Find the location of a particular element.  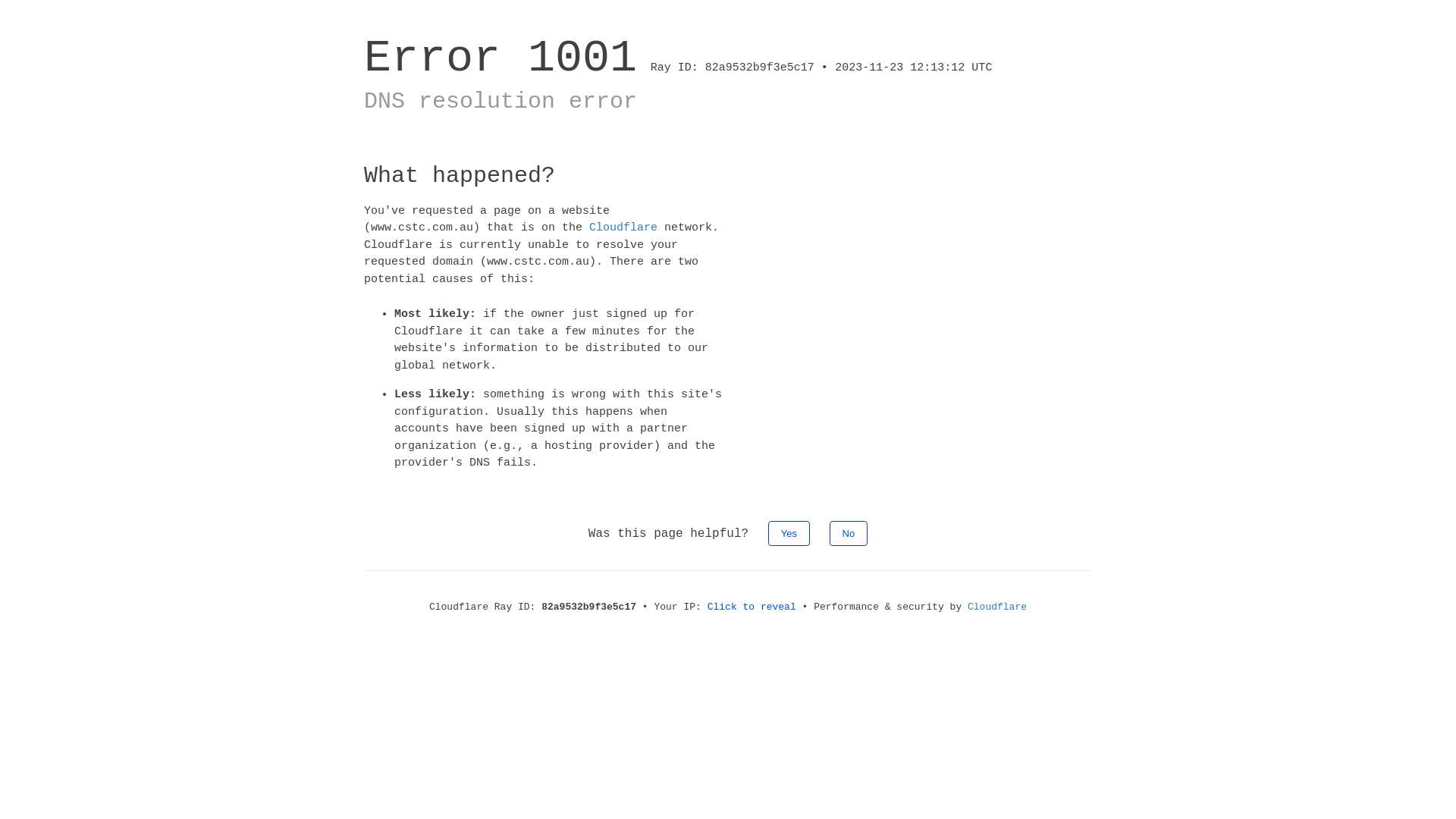

'No' is located at coordinates (848, 532).